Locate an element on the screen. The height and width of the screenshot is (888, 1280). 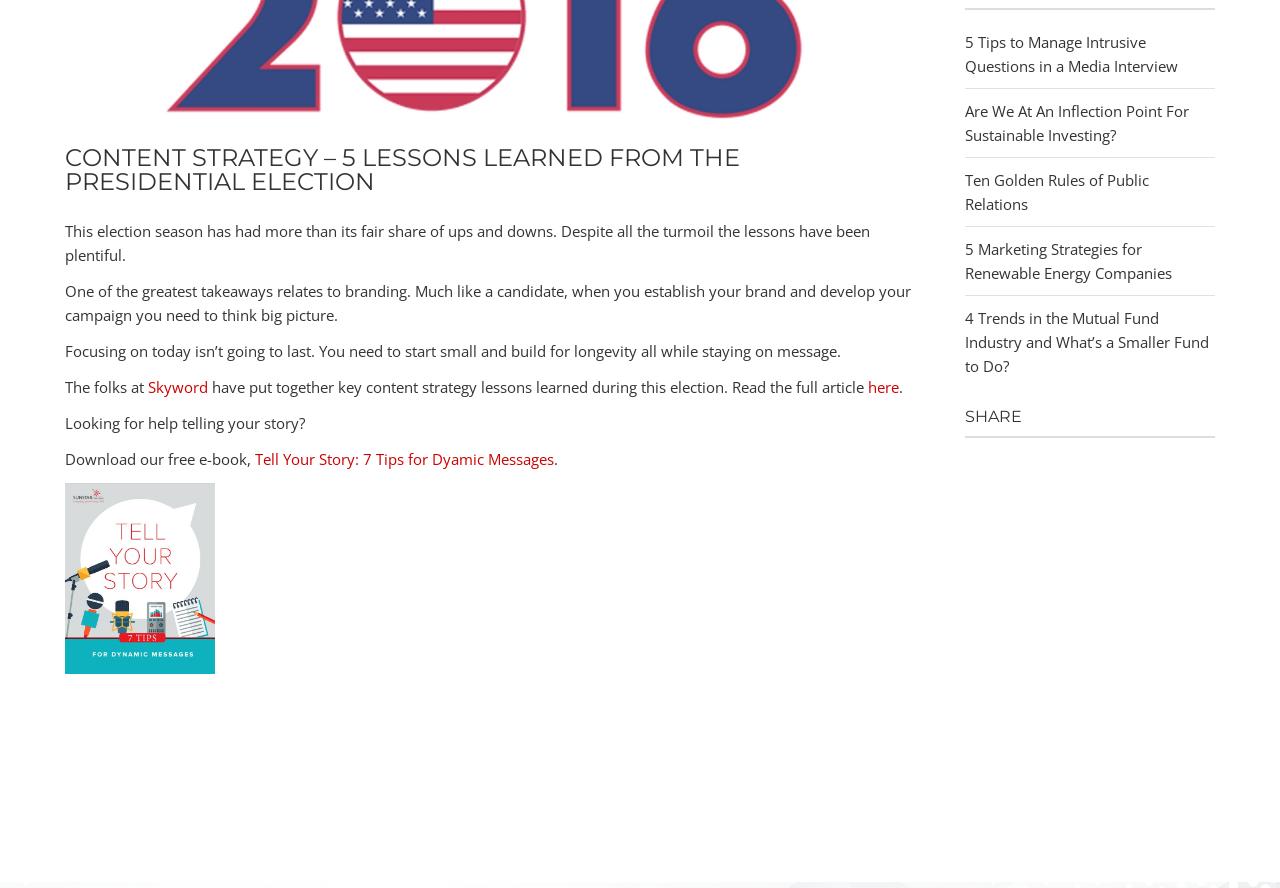
'here' is located at coordinates (882, 386).